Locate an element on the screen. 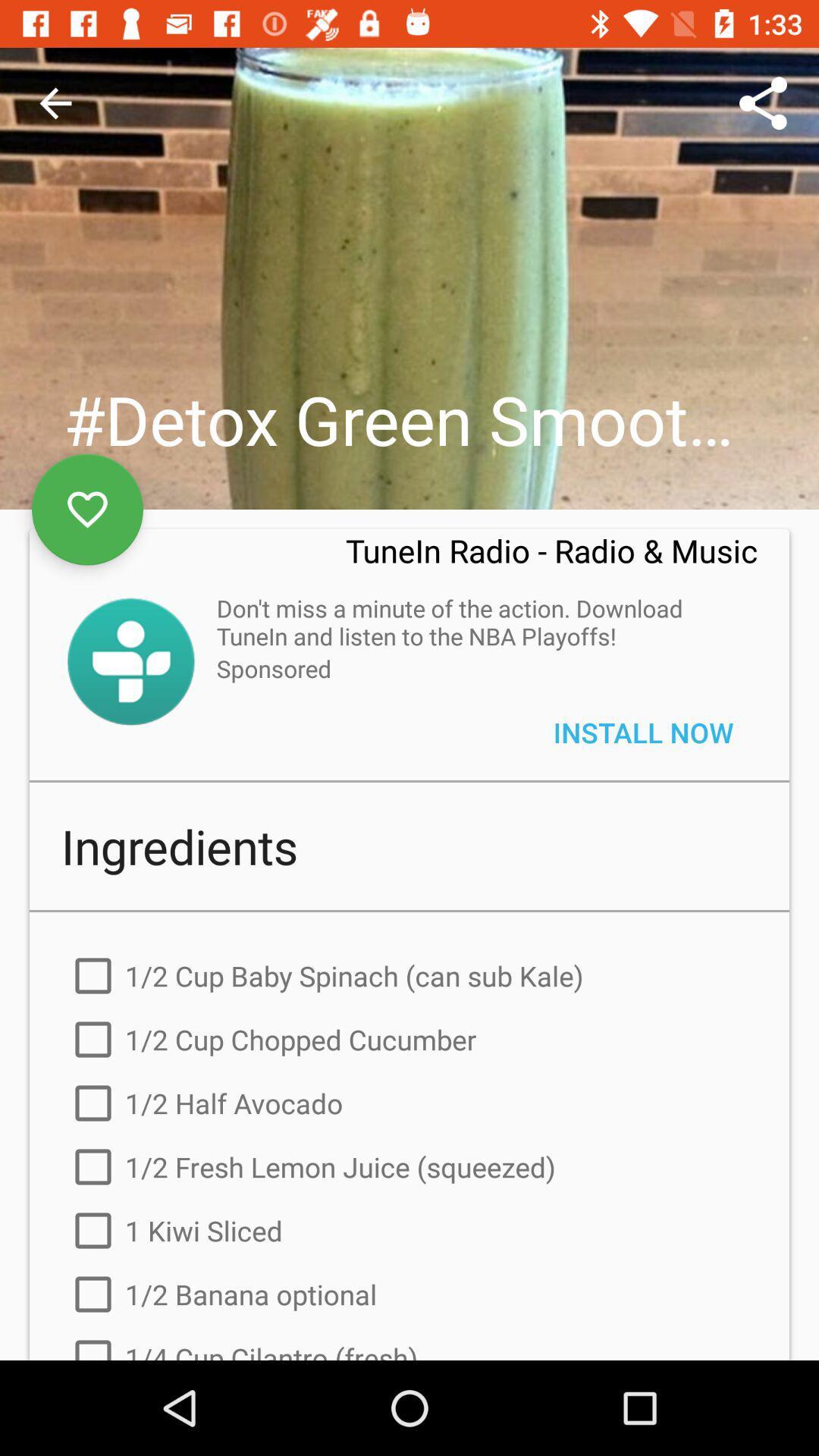 This screenshot has width=819, height=1456. the icon above the tunein radio radio is located at coordinates (763, 102).